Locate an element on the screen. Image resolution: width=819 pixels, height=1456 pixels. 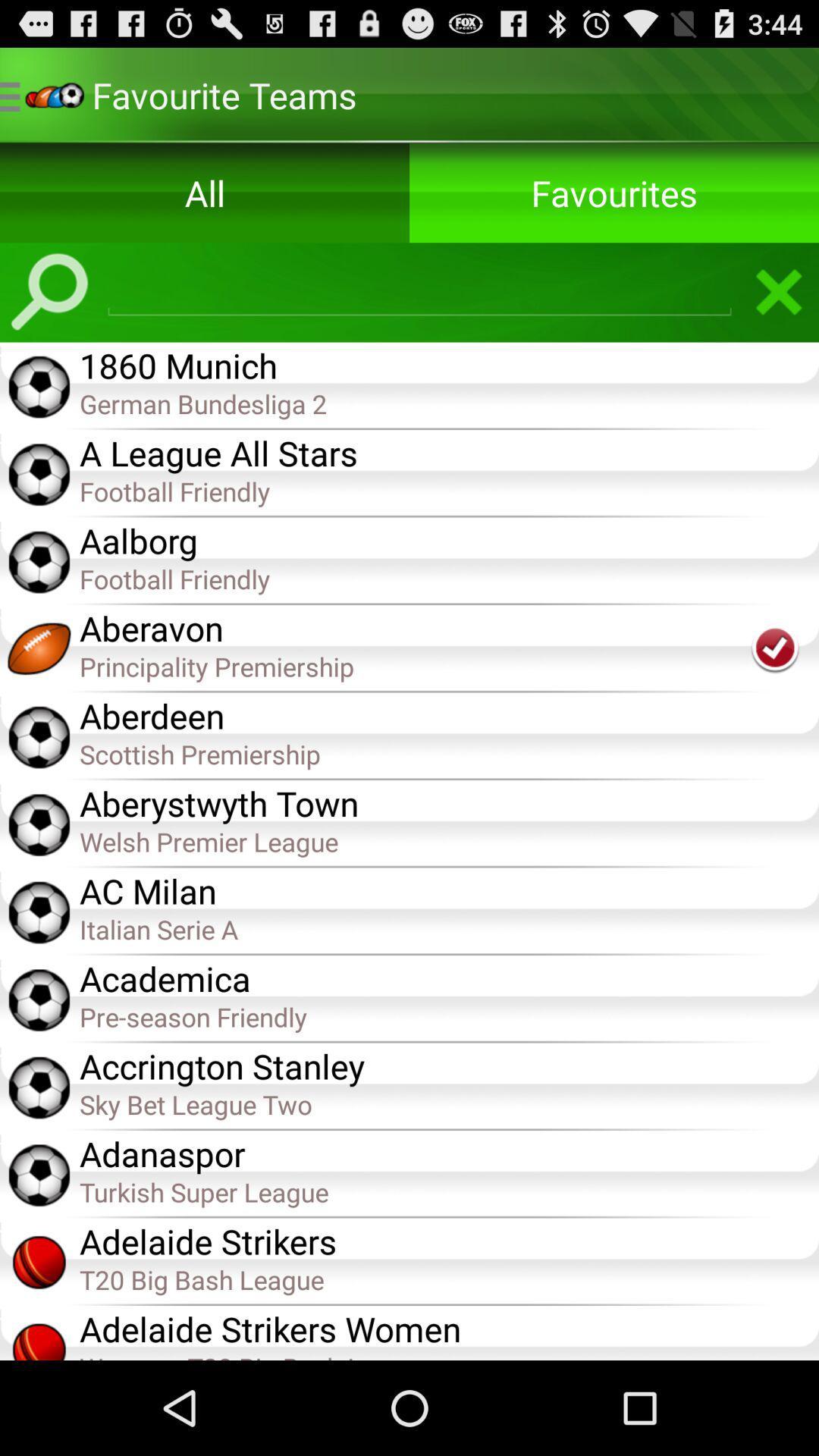
the item below the ac milan app is located at coordinates (448, 927).